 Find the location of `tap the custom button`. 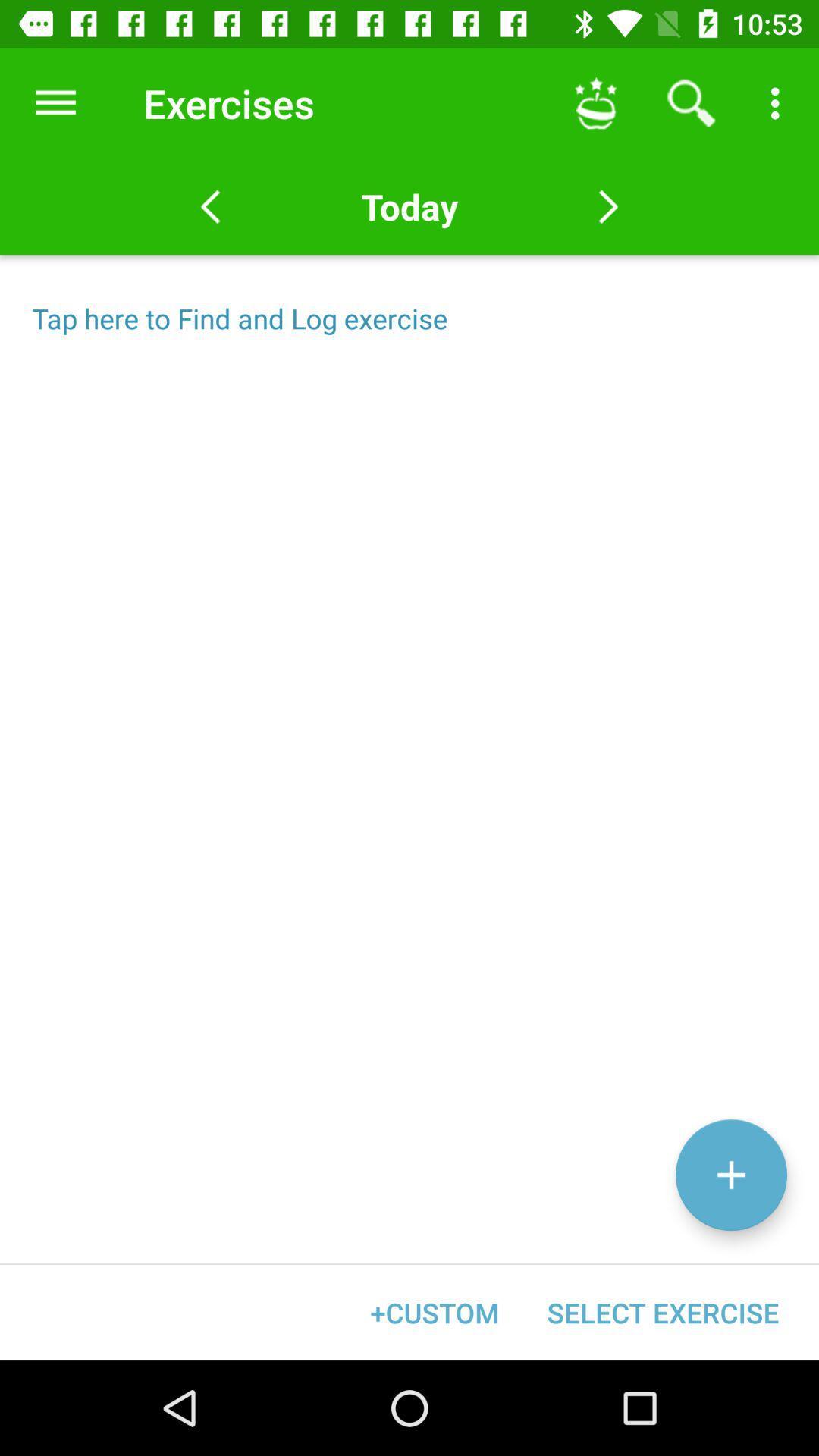

tap the custom button is located at coordinates (435, 1312).